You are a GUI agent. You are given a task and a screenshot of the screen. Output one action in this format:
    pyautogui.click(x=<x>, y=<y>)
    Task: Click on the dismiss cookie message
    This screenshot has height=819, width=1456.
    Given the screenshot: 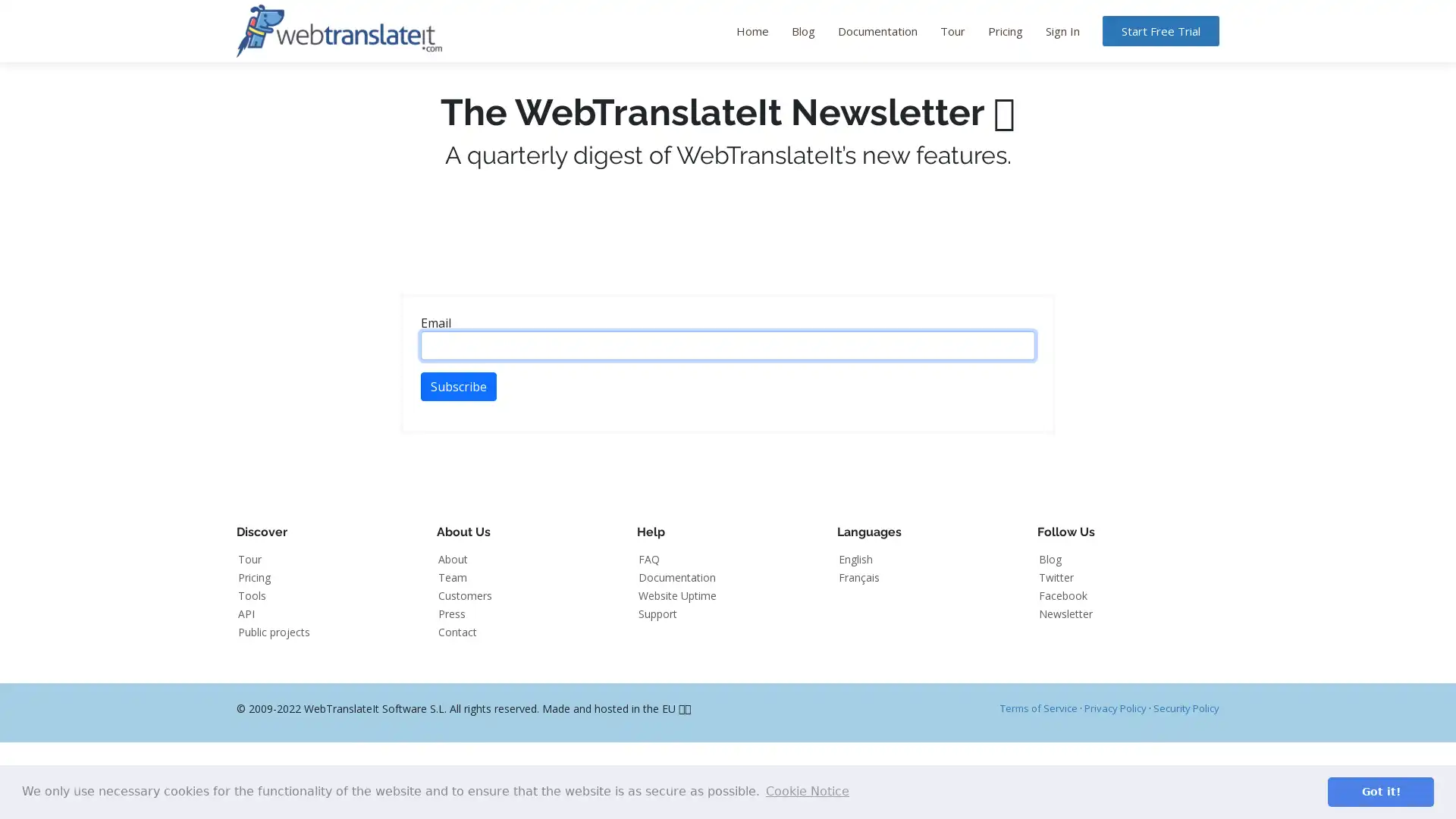 What is the action you would take?
    pyautogui.click(x=1380, y=791)
    